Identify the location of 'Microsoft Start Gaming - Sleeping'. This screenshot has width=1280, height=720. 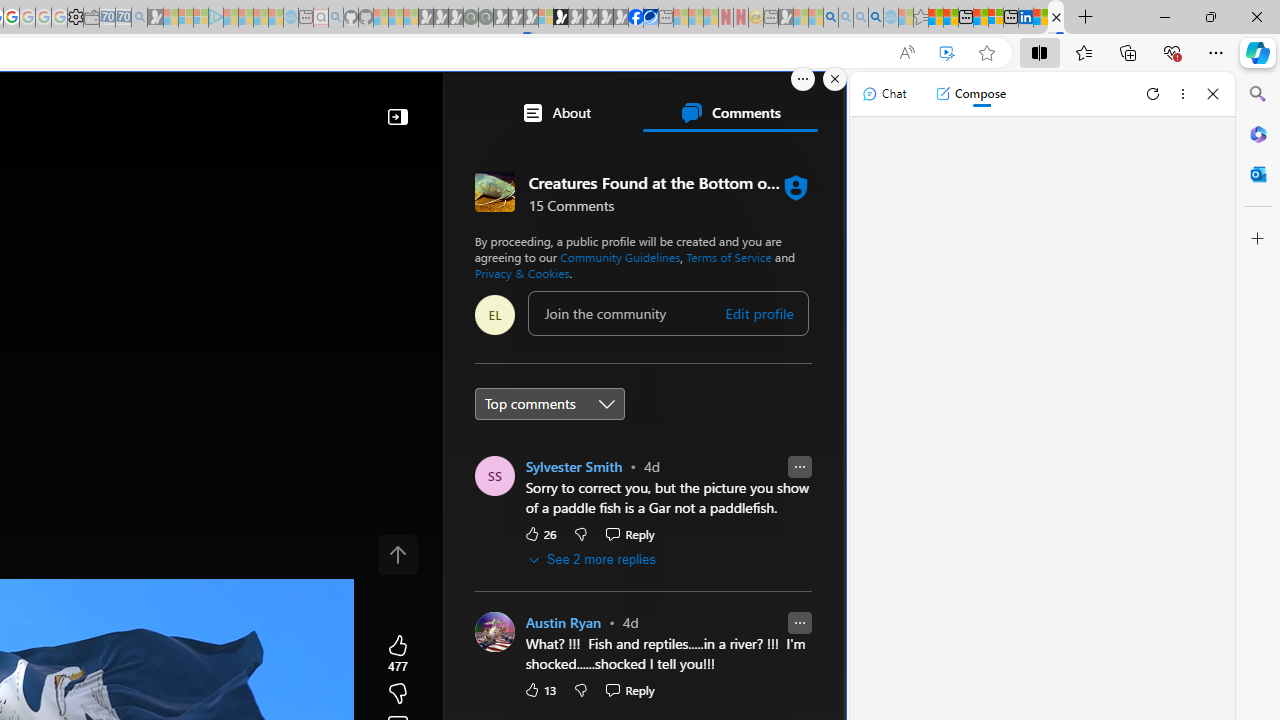
(154, 17).